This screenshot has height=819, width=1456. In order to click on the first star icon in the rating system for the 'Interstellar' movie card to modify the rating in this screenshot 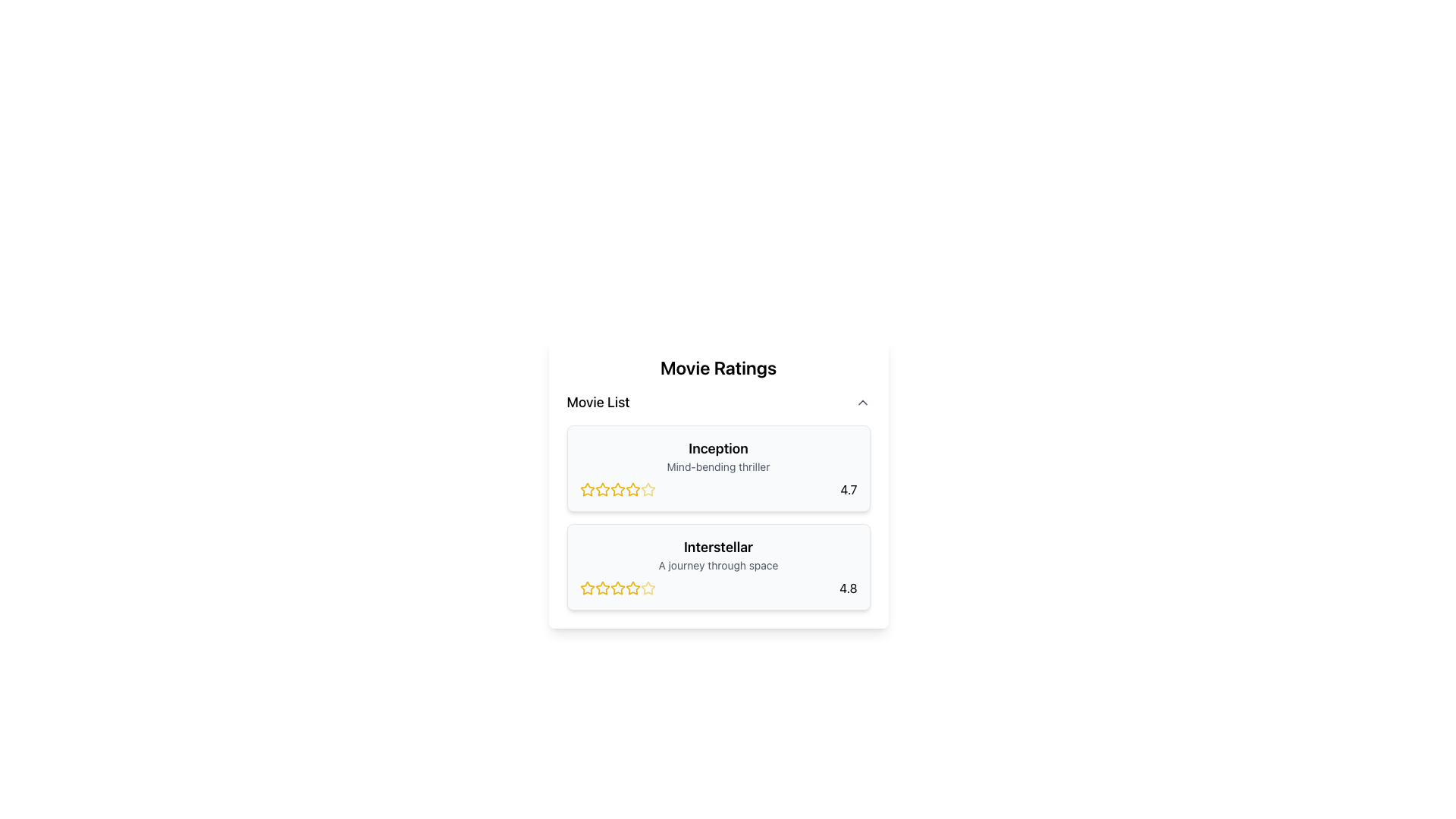, I will do `click(601, 587)`.